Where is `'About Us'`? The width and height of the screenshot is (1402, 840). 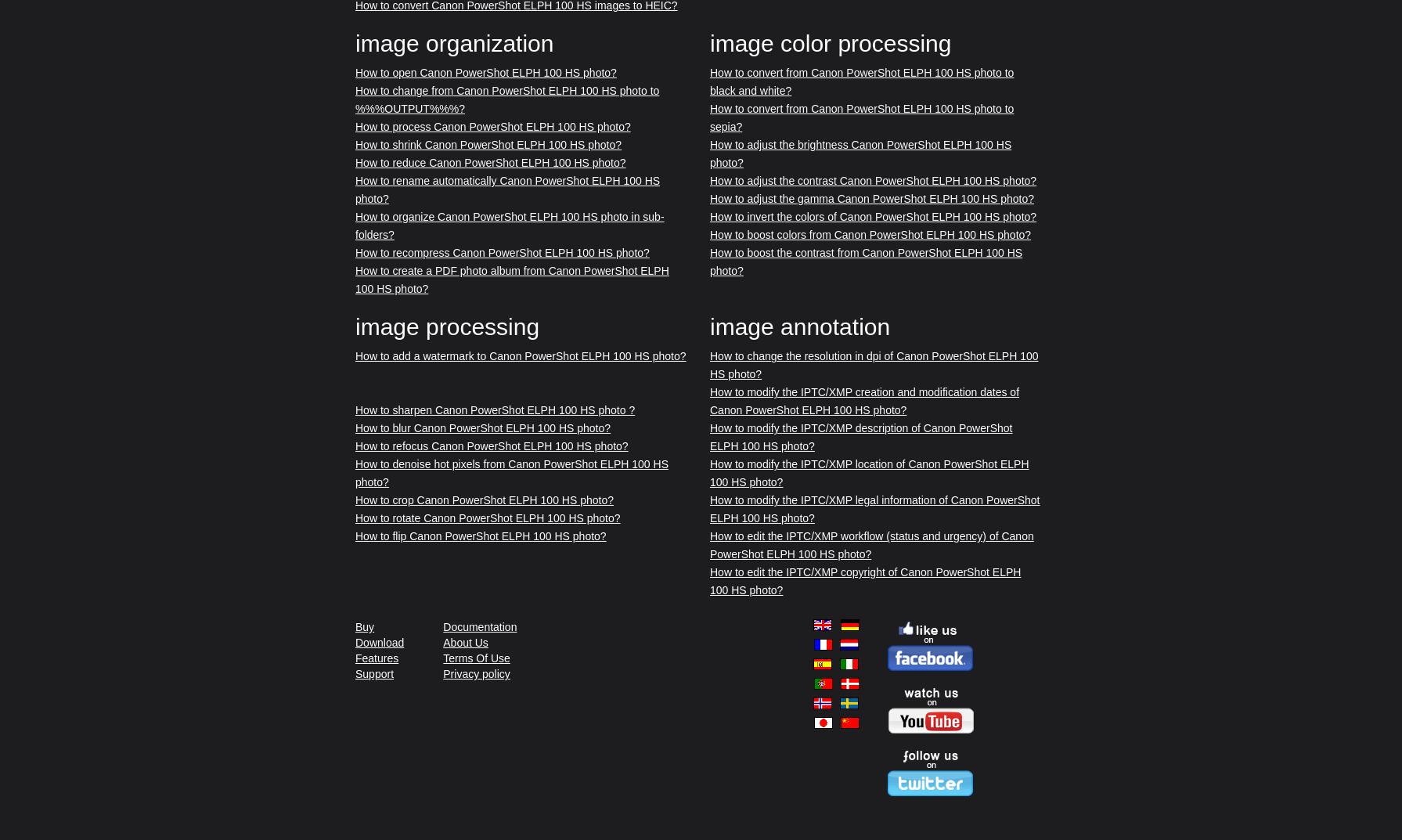 'About Us' is located at coordinates (465, 642).